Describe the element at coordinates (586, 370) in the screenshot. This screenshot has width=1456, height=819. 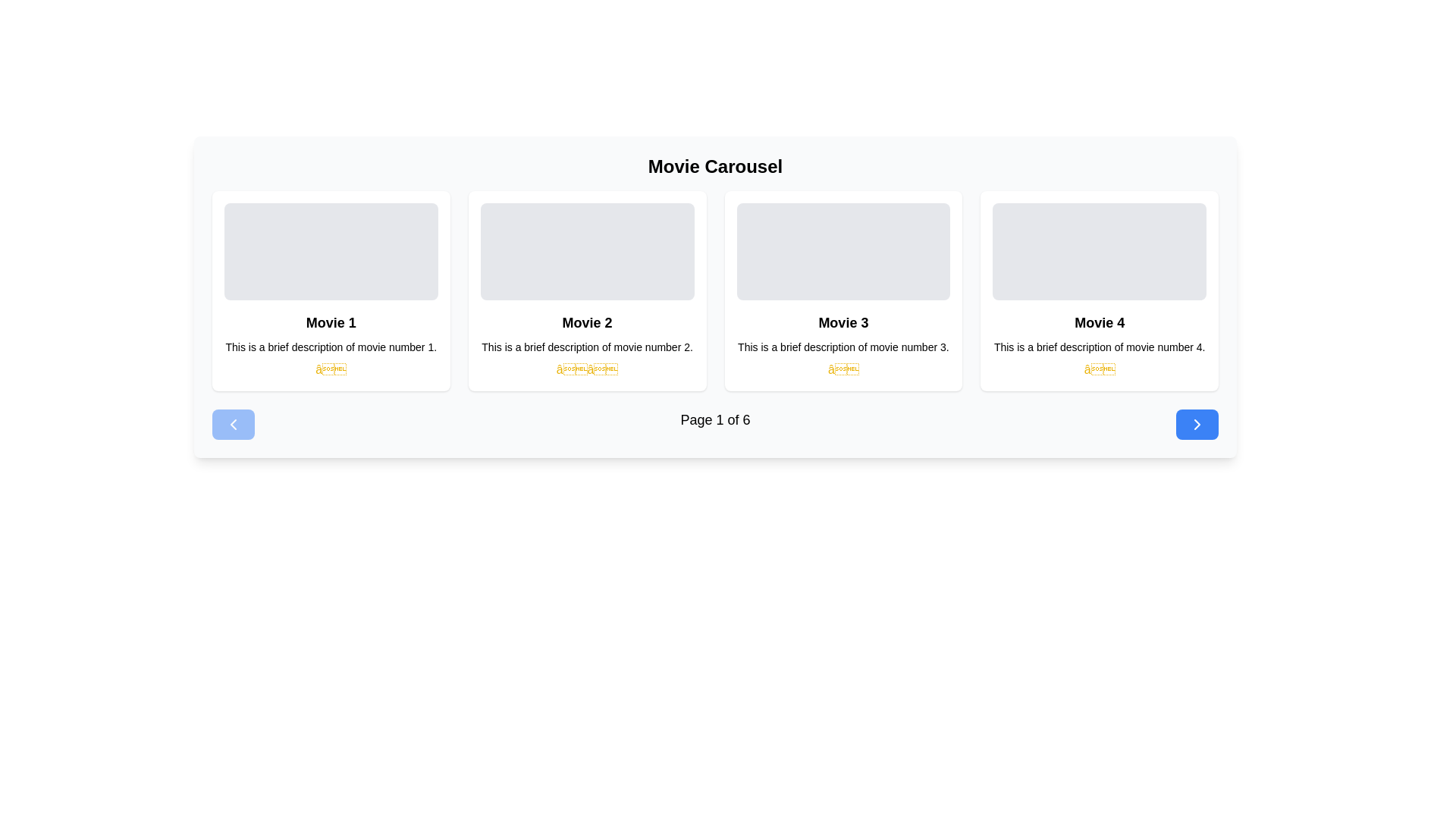
I see `the static rating display element consisting of two yellow star-shaped icons located beneath the brief description text of 'Movie 2'` at that location.